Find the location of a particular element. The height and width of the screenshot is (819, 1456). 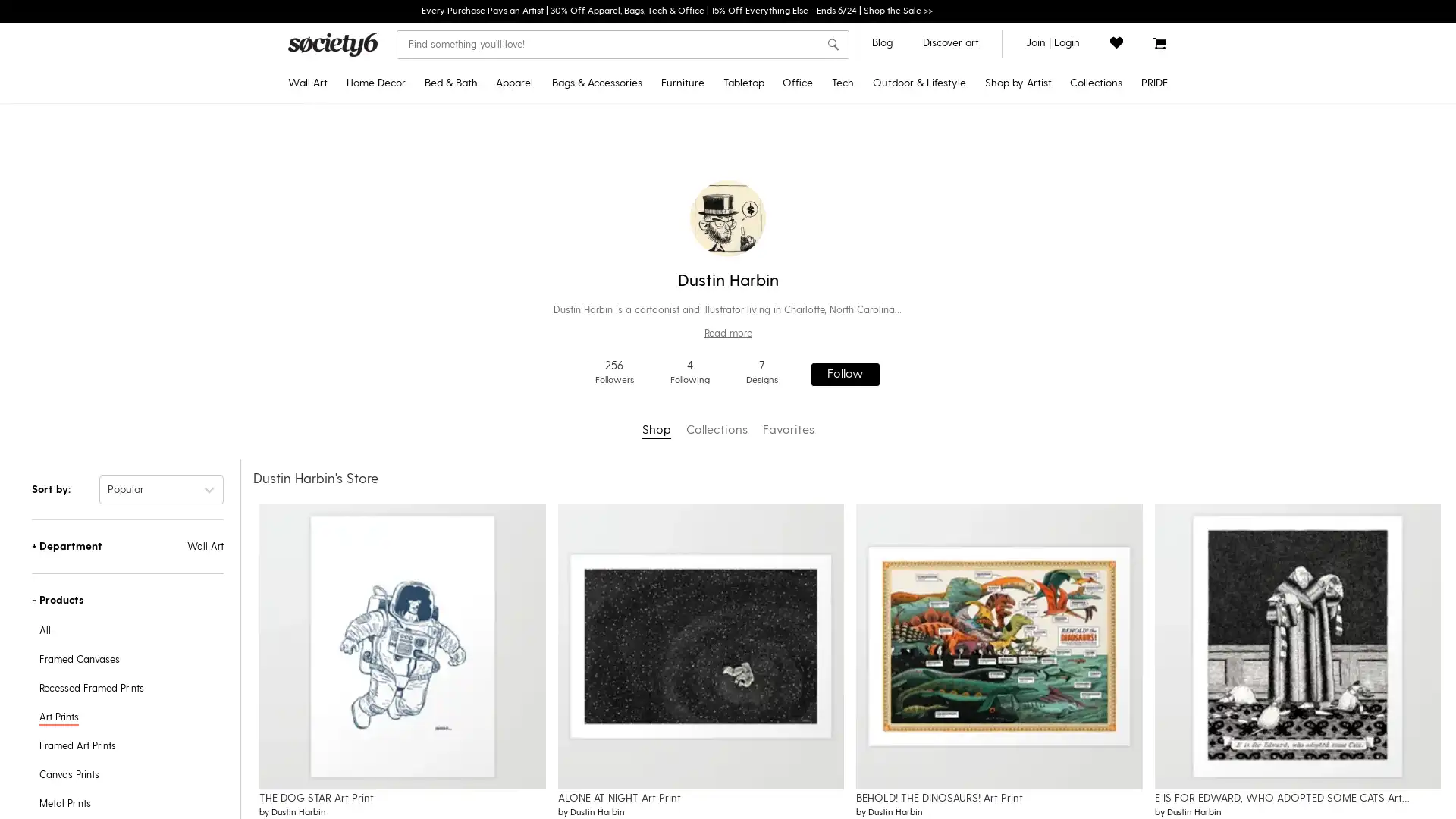

Pantone Color of 2022 is located at coordinates (1040, 268).